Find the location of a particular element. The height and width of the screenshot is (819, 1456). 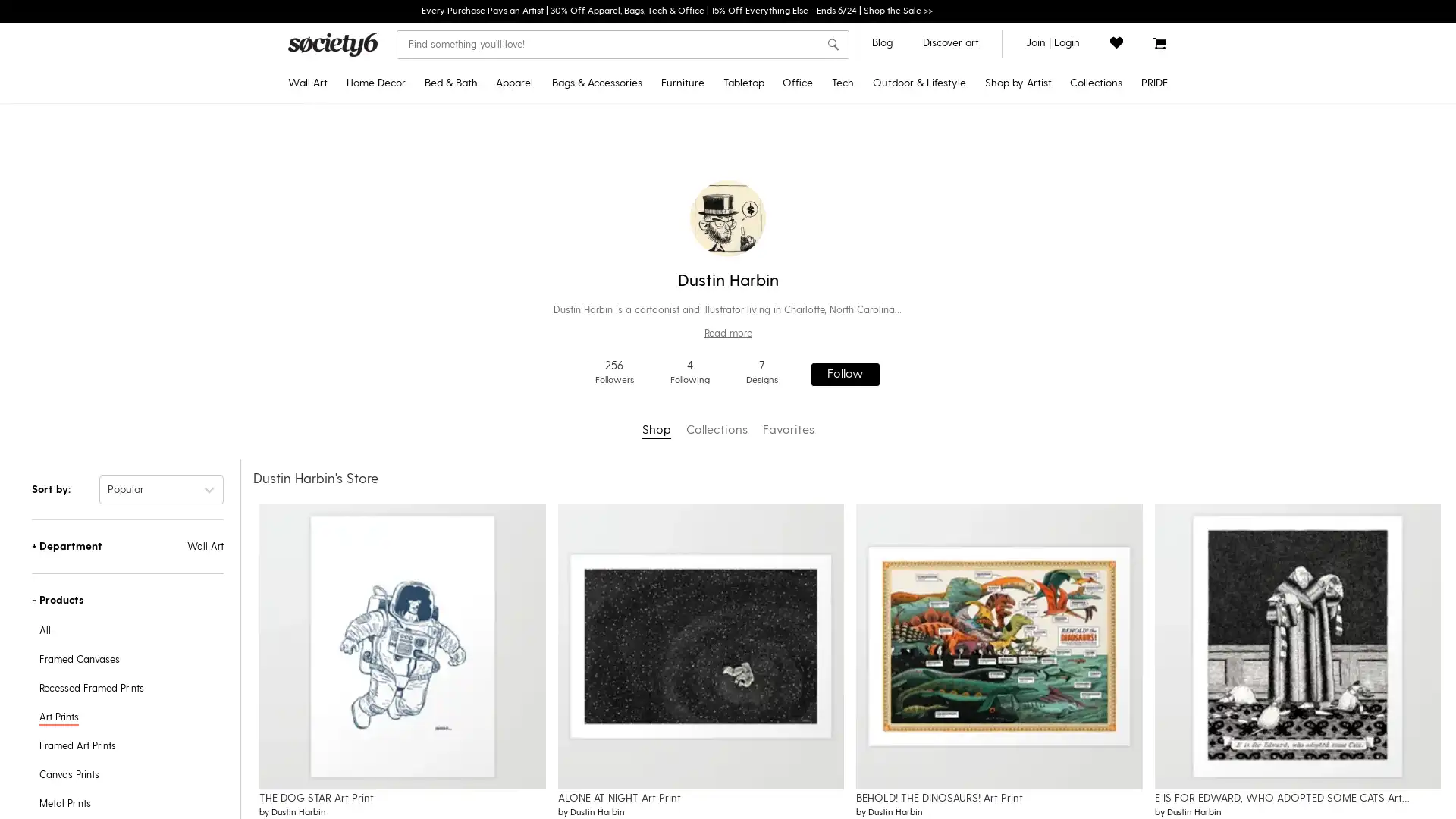

Pantone Color of 2022 is located at coordinates (1040, 268).